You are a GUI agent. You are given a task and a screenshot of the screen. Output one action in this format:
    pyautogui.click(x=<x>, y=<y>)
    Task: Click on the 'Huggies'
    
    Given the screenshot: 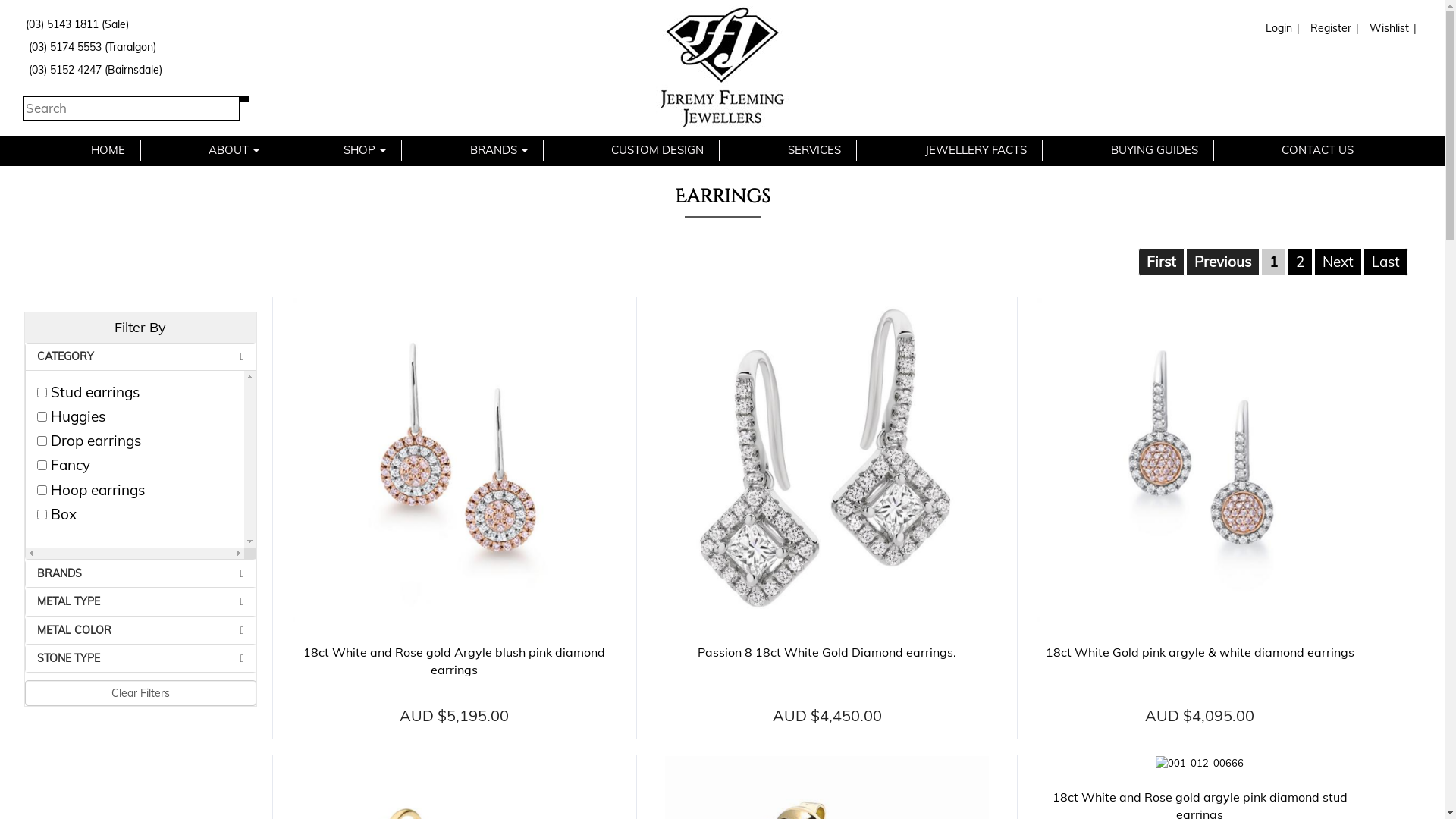 What is the action you would take?
    pyautogui.click(x=42, y=416)
    